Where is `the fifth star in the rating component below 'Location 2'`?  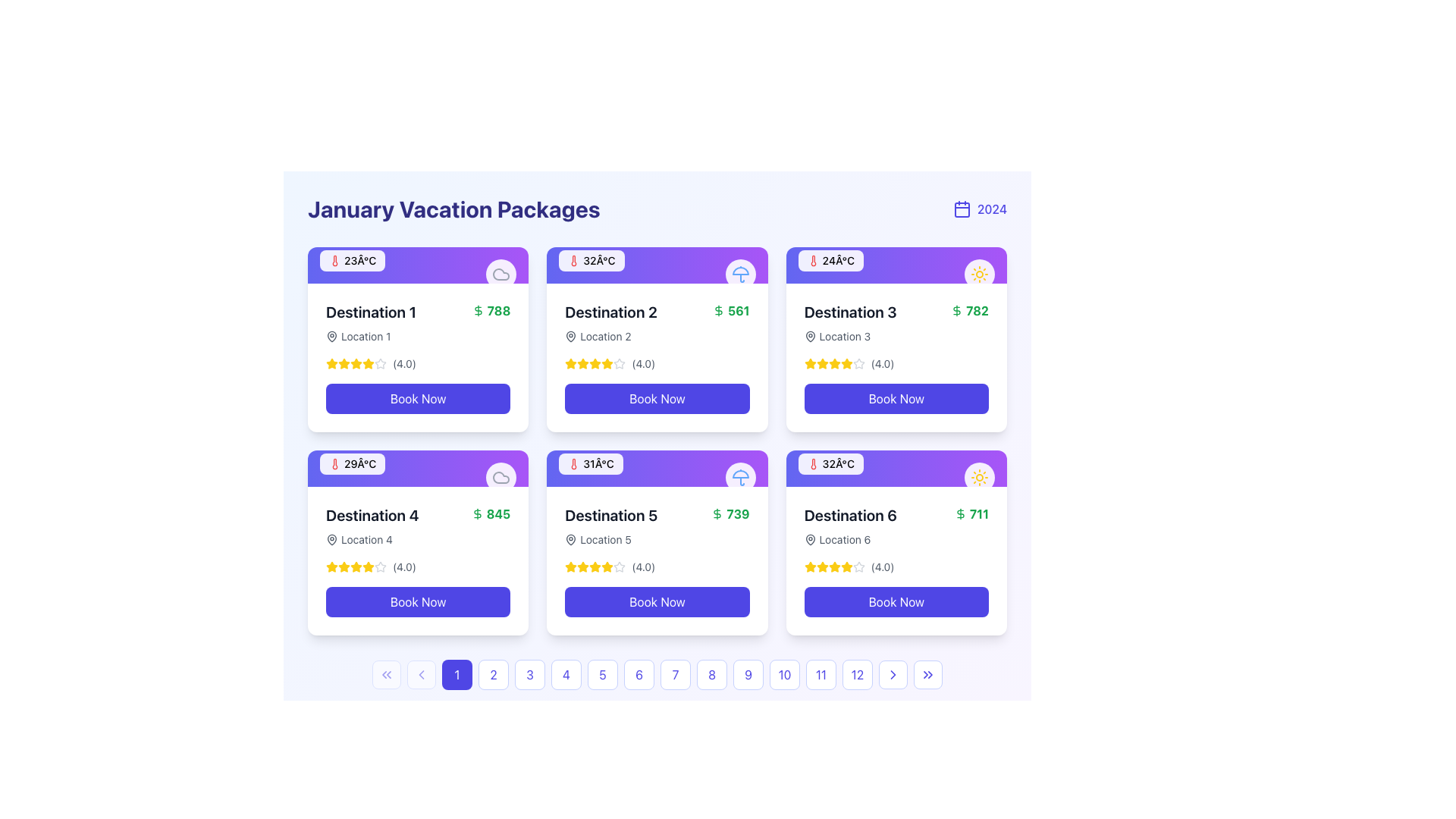 the fifth star in the rating component below 'Location 2' is located at coordinates (620, 363).